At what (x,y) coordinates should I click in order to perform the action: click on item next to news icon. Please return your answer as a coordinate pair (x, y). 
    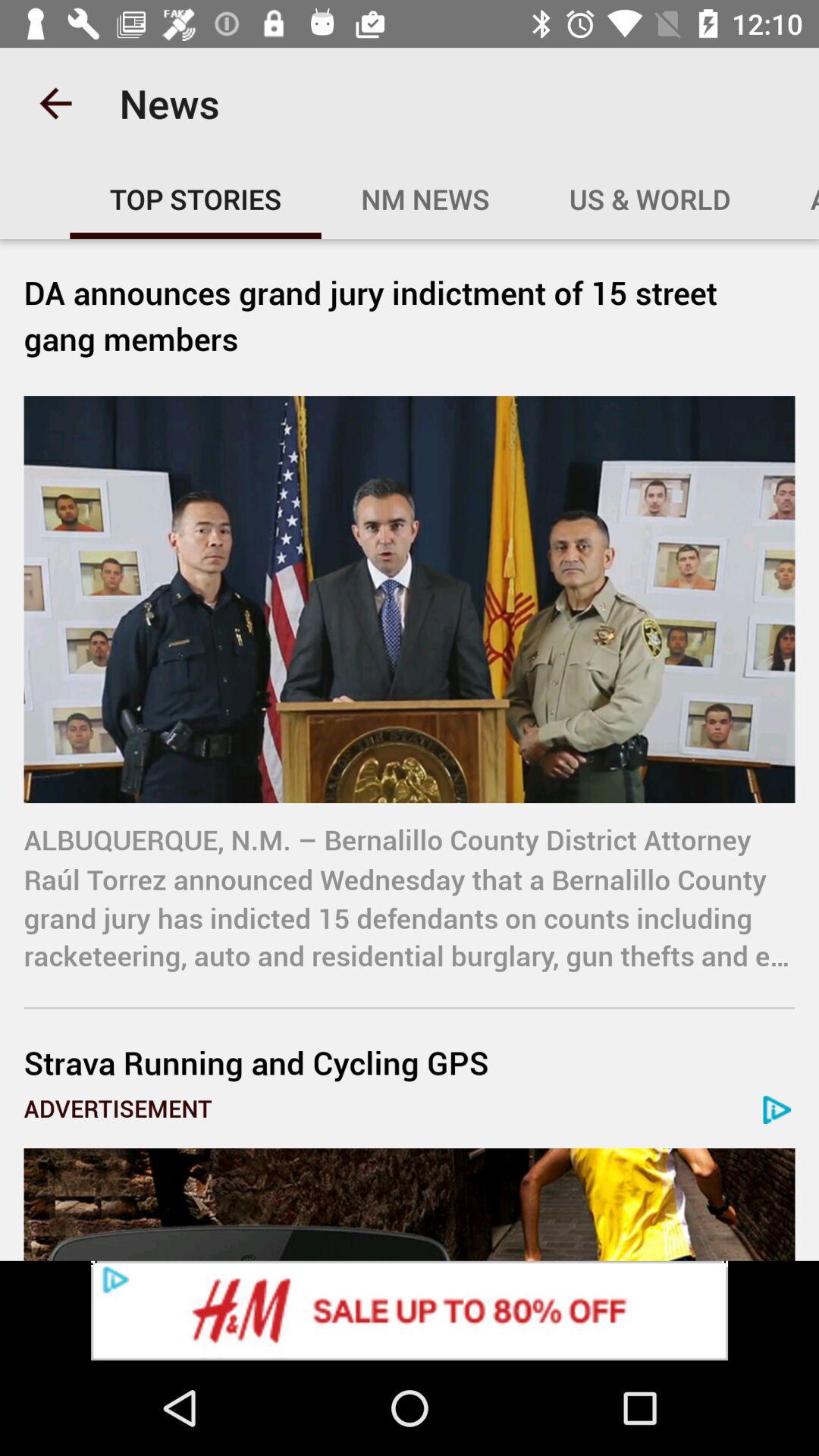
    Looking at the image, I should click on (55, 102).